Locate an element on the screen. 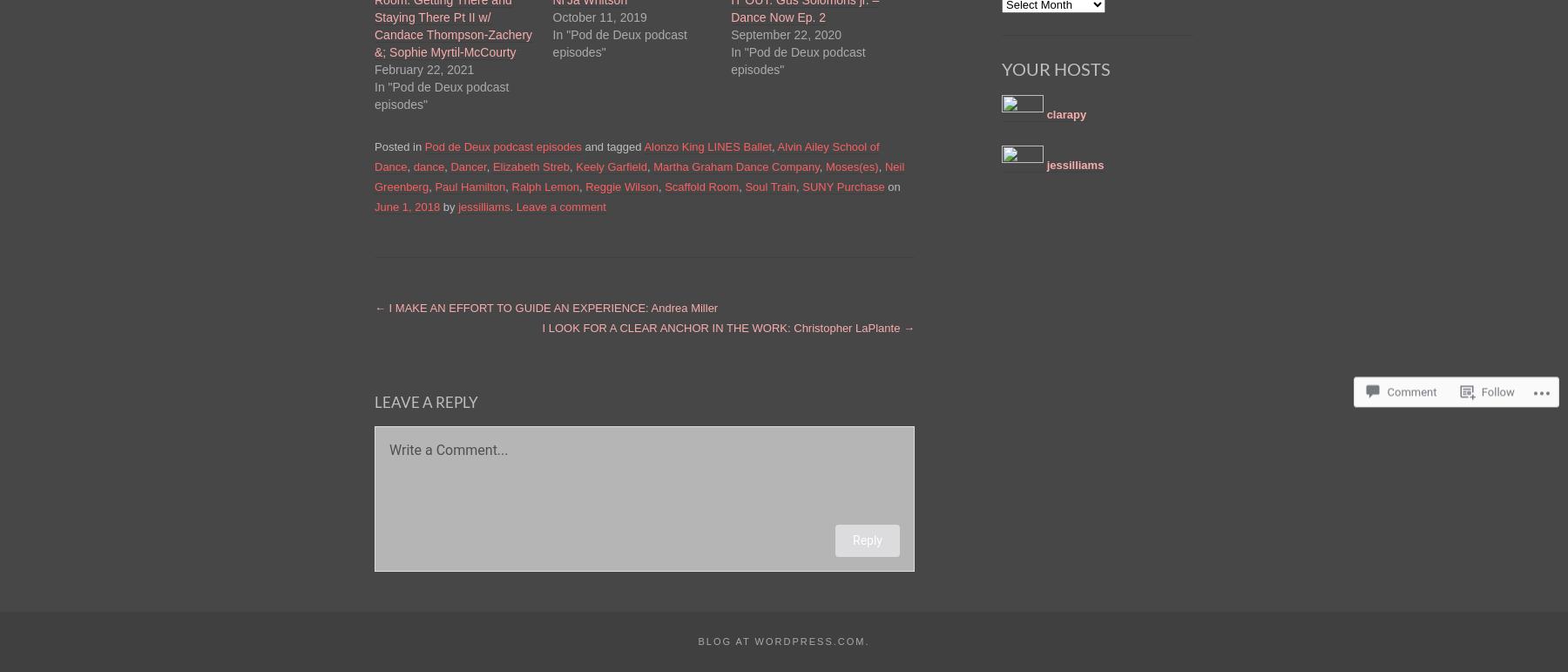 The width and height of the screenshot is (1568, 672). 'Reggie Wilson' is located at coordinates (620, 185).